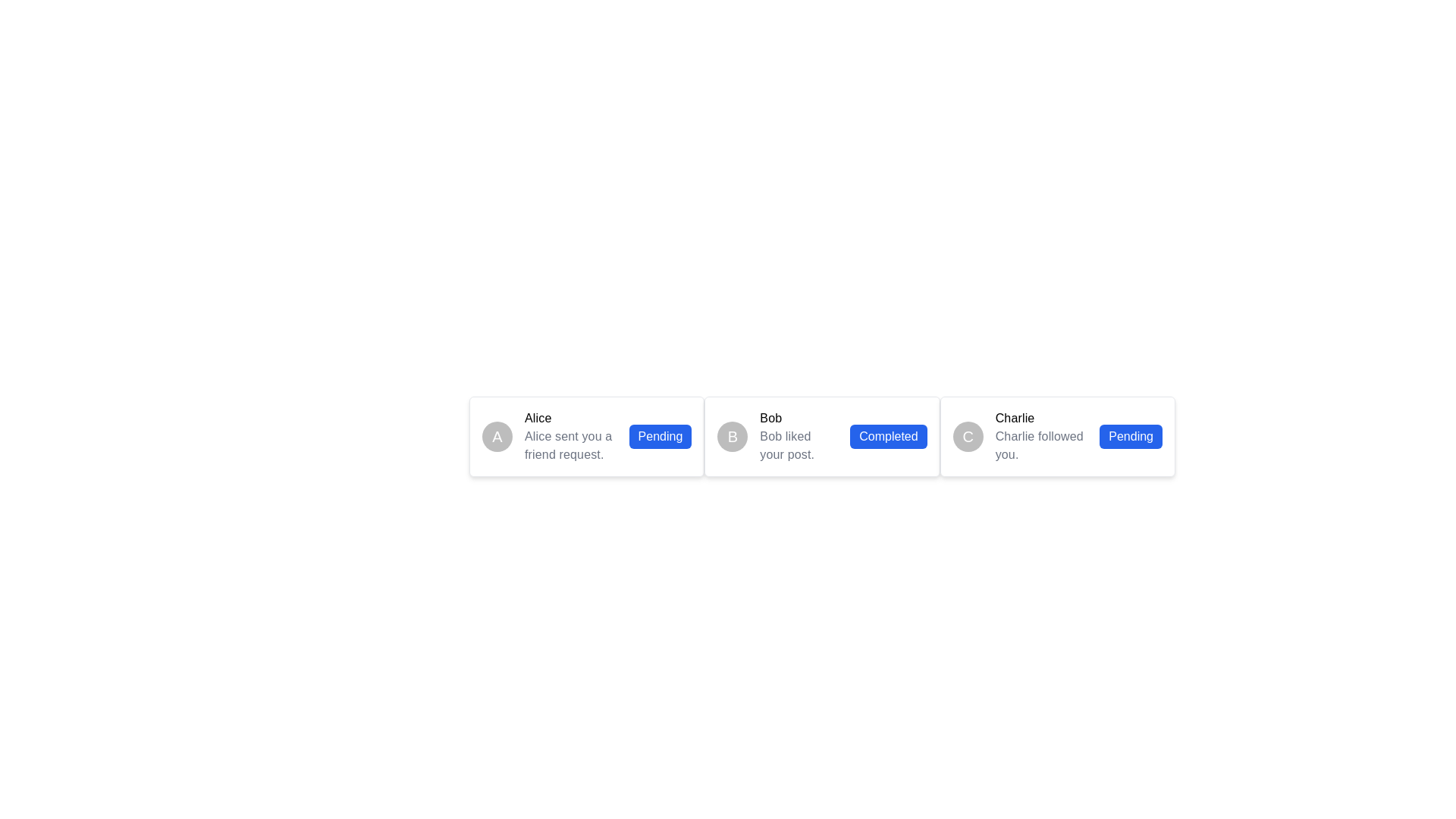  Describe the element at coordinates (798, 436) in the screenshot. I see `the Text Label displaying 'Bob liked your post.' located between the avatar 'B' and the 'Completed' button` at that location.